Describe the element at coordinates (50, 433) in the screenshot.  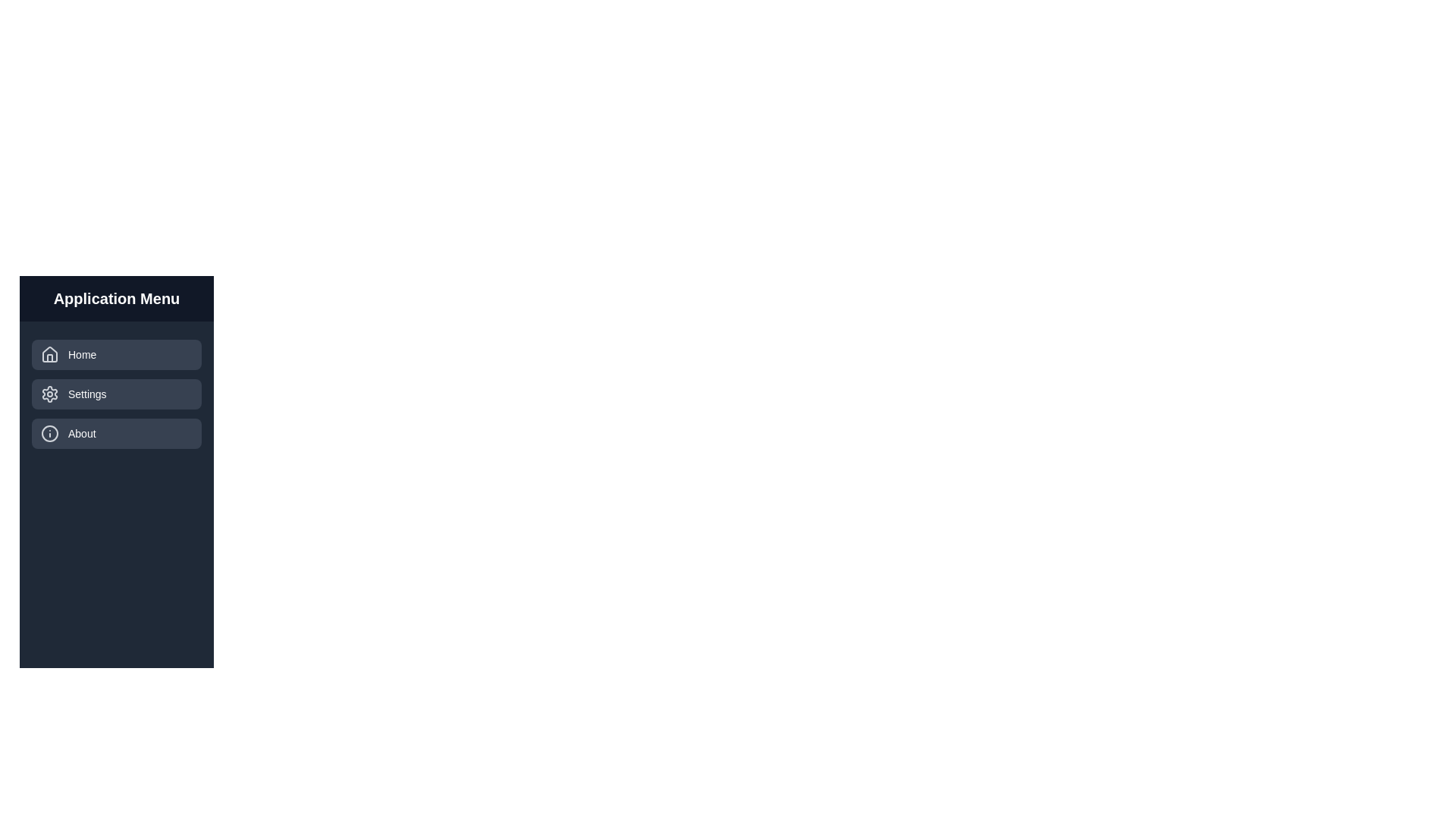
I see `the icon next to the About menu item` at that location.